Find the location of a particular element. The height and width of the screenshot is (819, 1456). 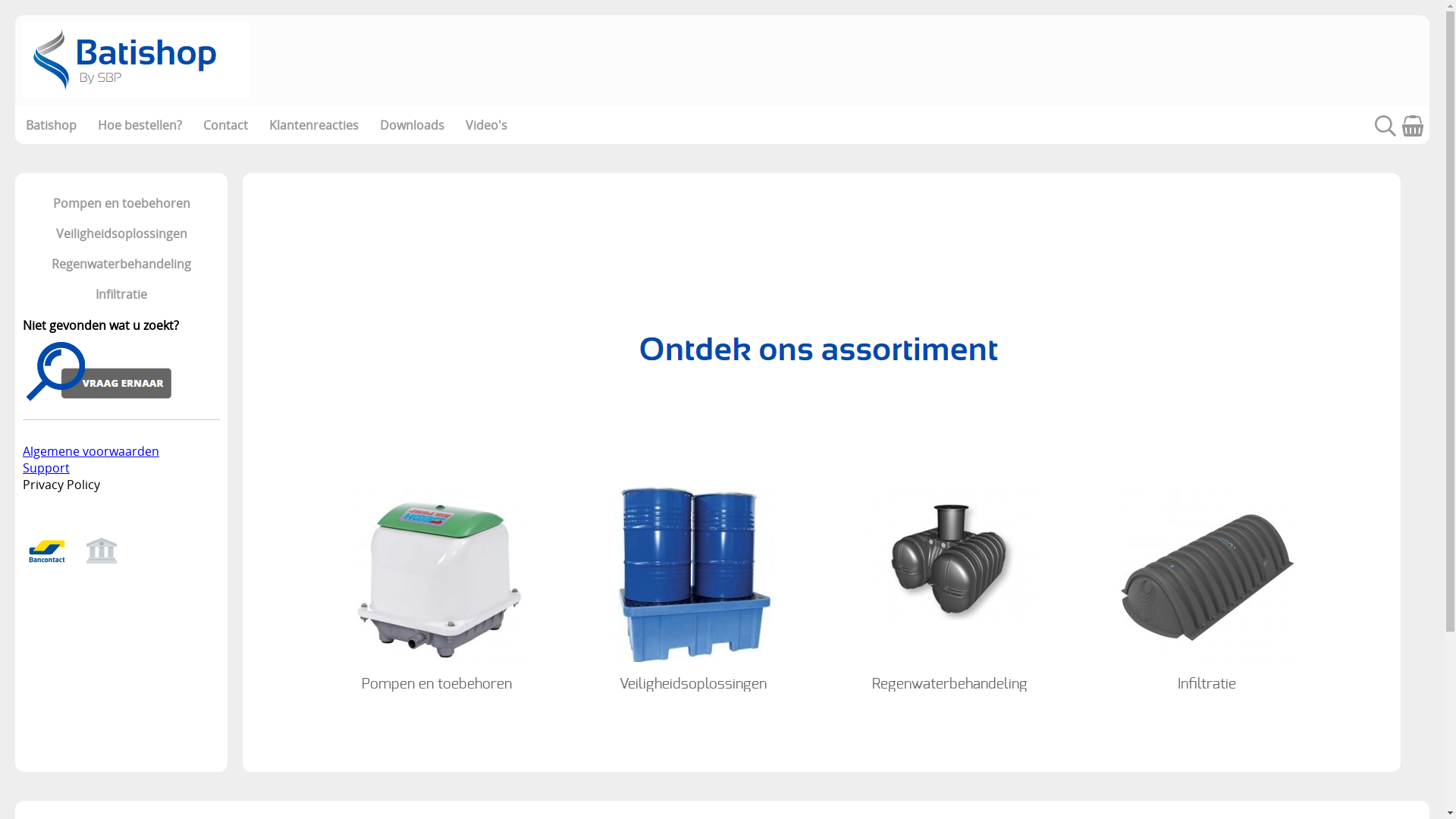

'Regenwaterbehandeling' is located at coordinates (949, 585).